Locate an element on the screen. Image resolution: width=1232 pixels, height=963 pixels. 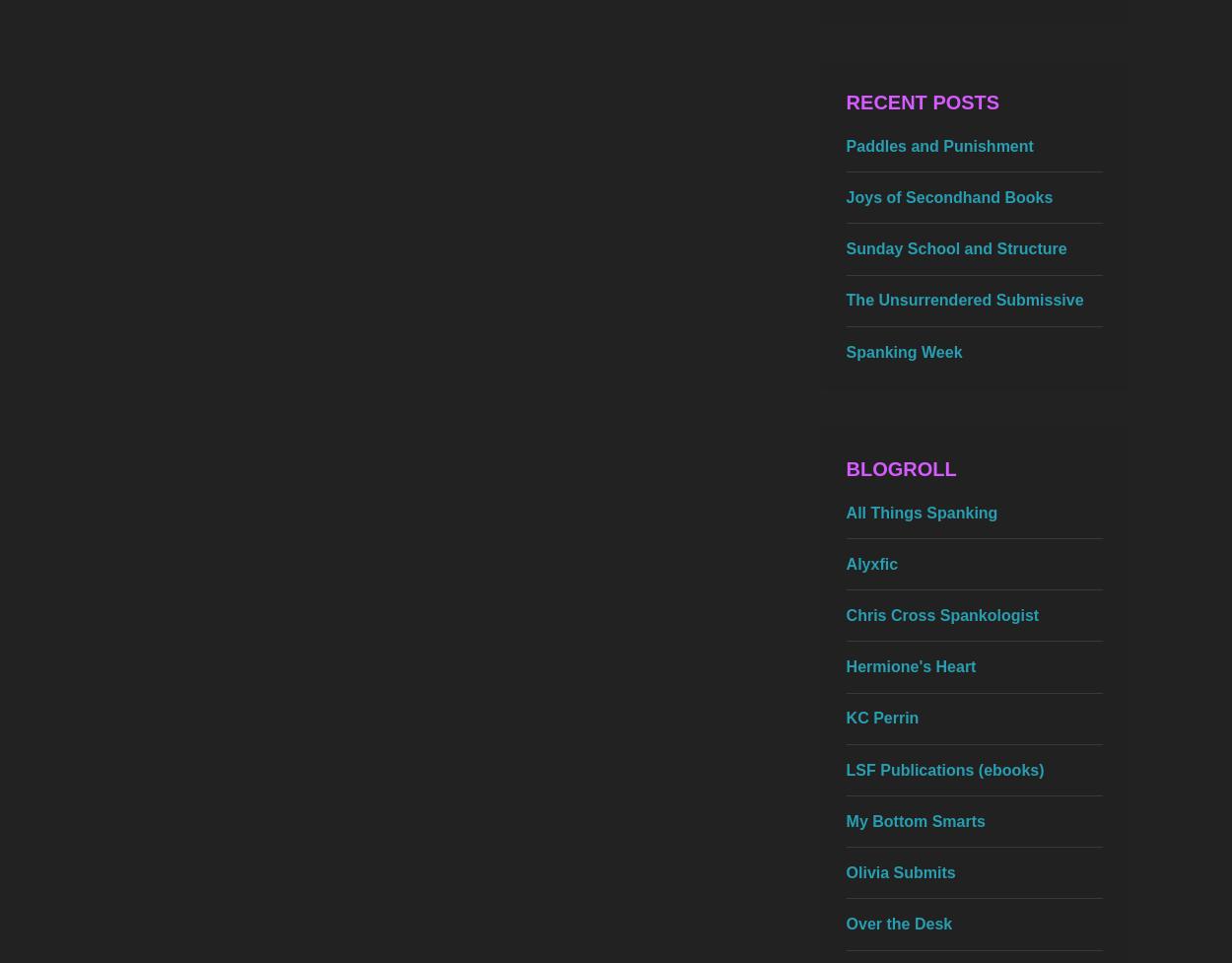
'Over the Desk' is located at coordinates (899, 923).